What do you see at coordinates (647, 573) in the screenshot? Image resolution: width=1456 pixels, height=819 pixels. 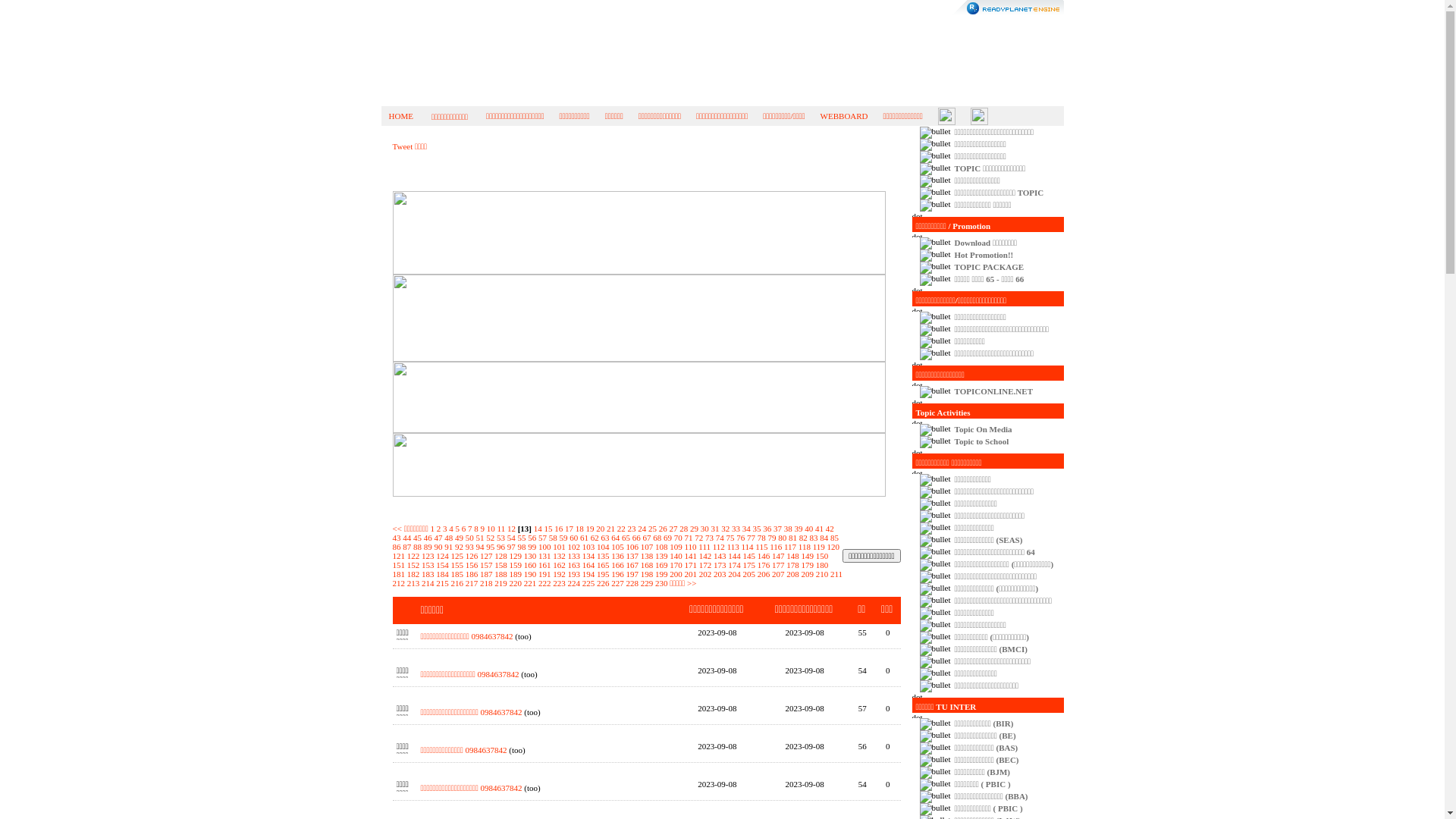 I see `'198'` at bounding box center [647, 573].